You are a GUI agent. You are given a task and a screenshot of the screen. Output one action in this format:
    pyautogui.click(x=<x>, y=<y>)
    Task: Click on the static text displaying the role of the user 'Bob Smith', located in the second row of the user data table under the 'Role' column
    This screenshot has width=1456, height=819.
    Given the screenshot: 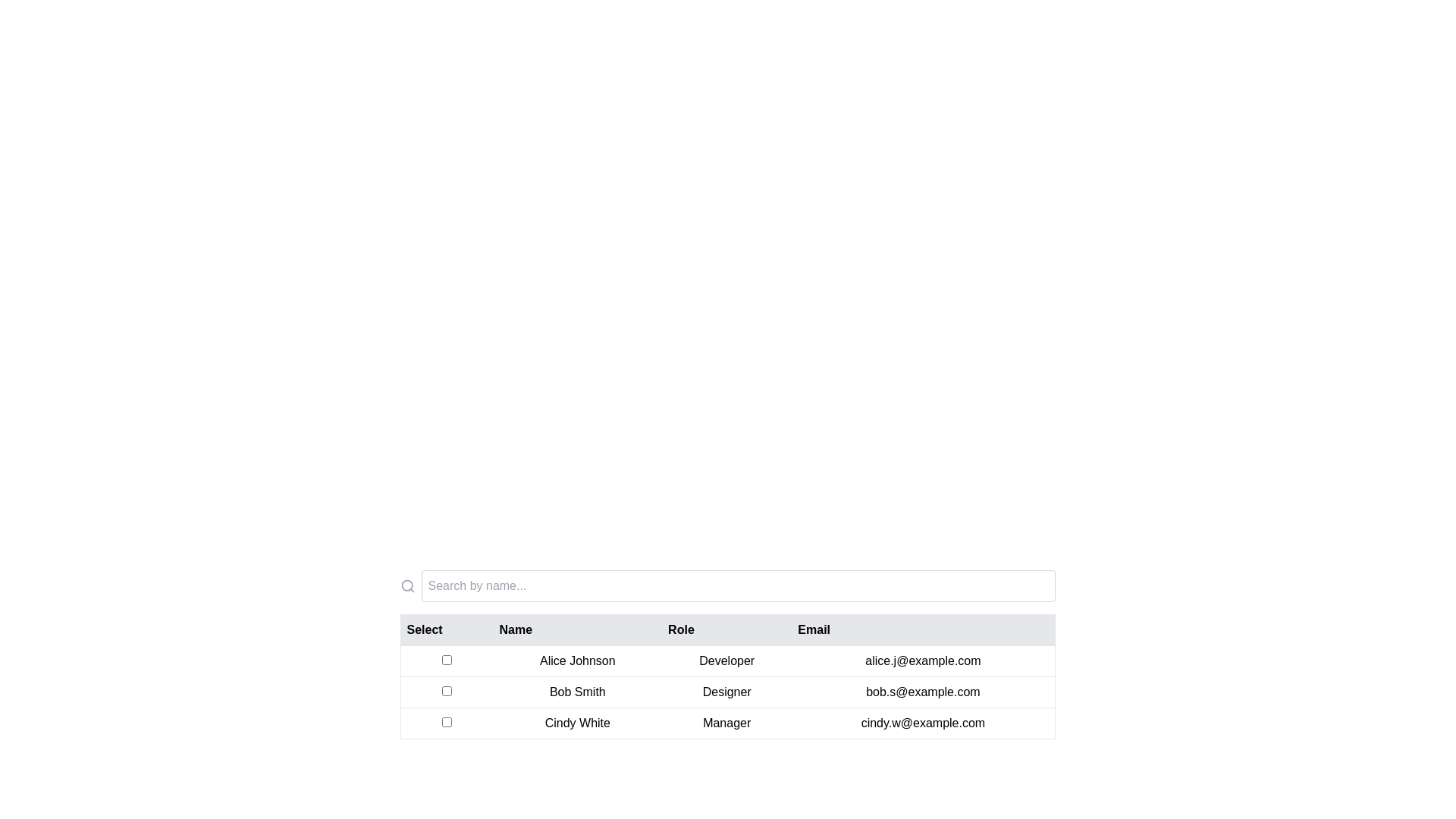 What is the action you would take?
    pyautogui.click(x=726, y=692)
    